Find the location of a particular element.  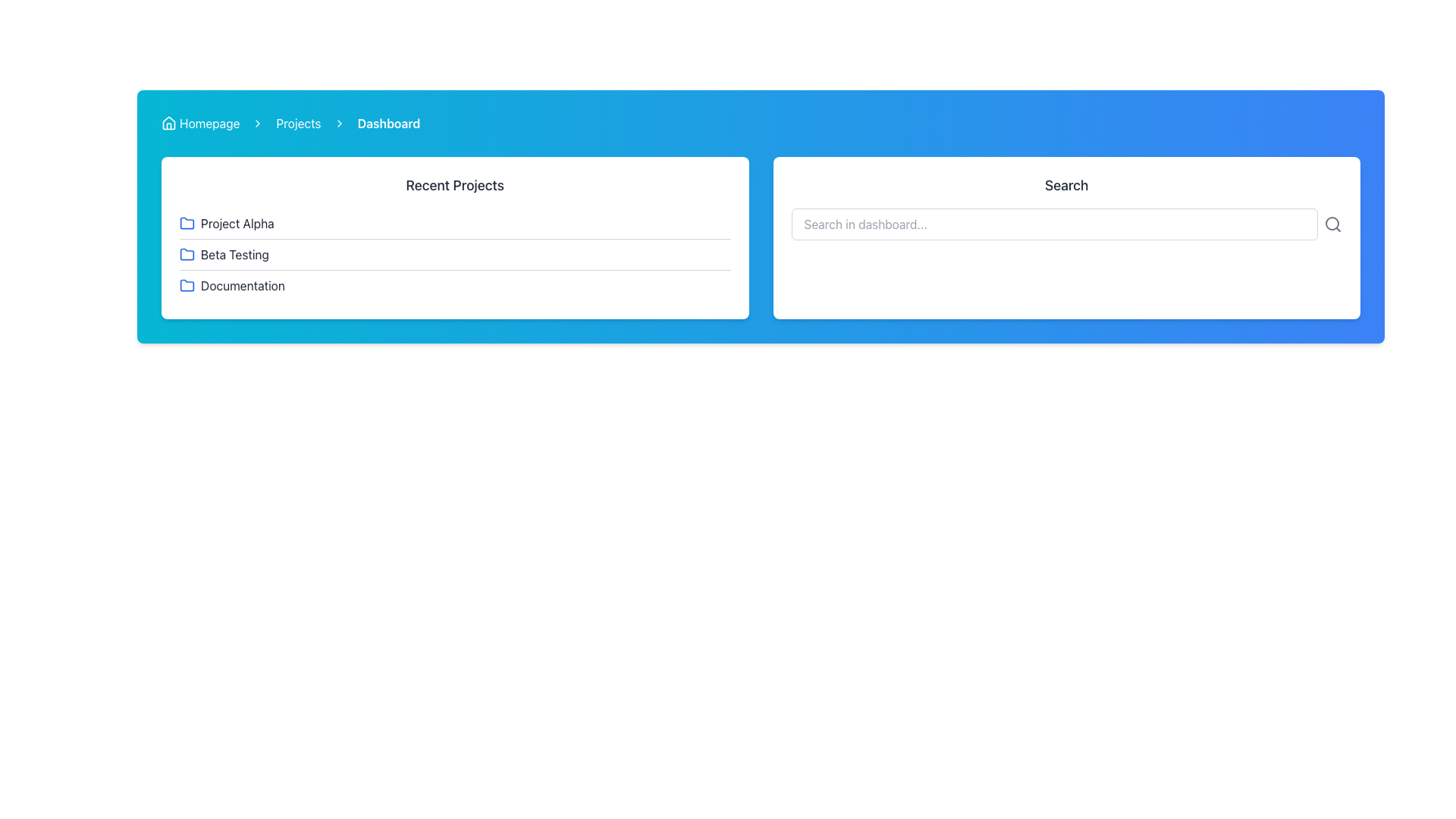

the 'Homepage' link in the breadcrumb navigation is located at coordinates (199, 122).